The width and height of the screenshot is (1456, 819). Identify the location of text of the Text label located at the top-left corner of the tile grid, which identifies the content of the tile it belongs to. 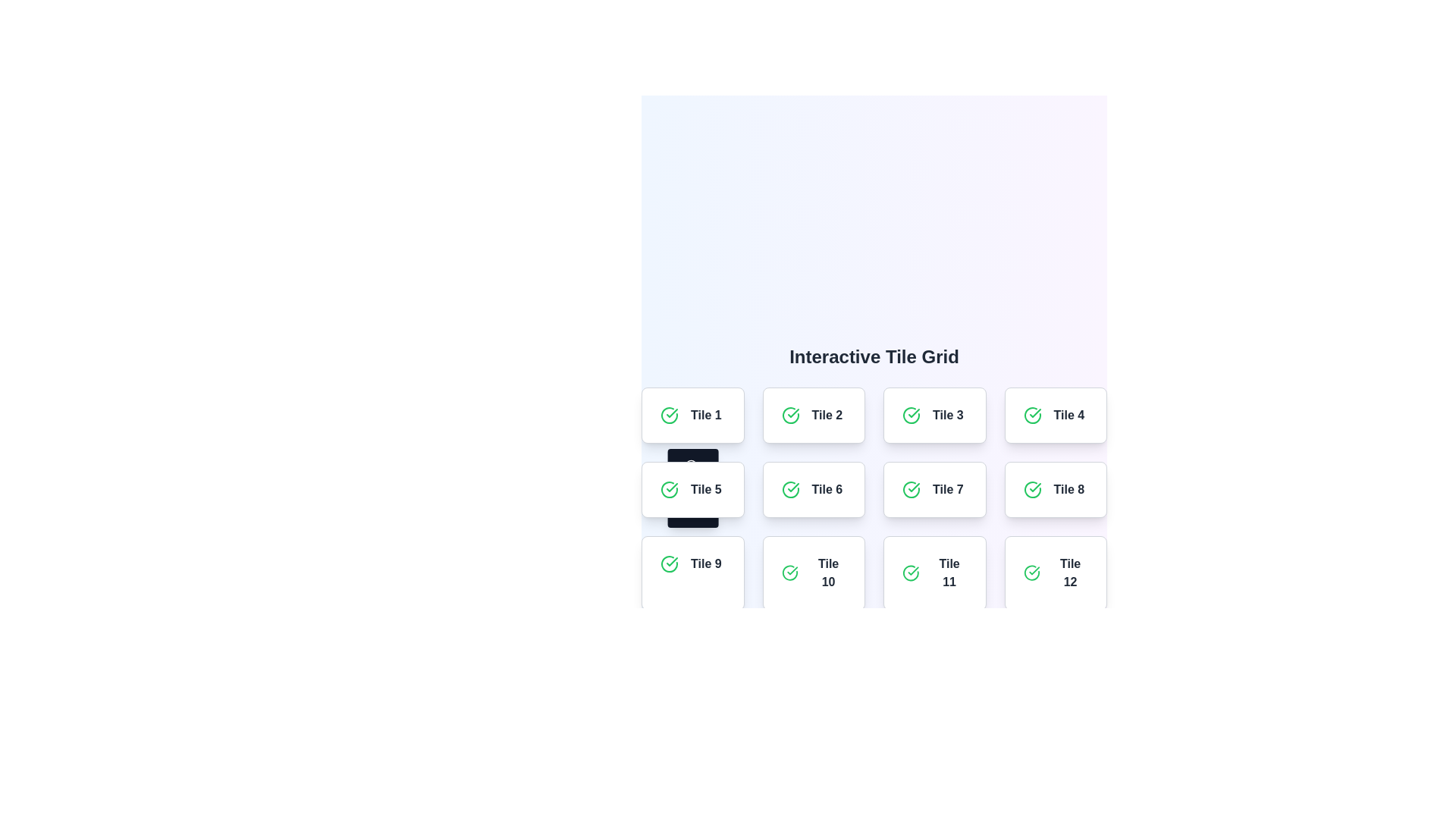
(705, 415).